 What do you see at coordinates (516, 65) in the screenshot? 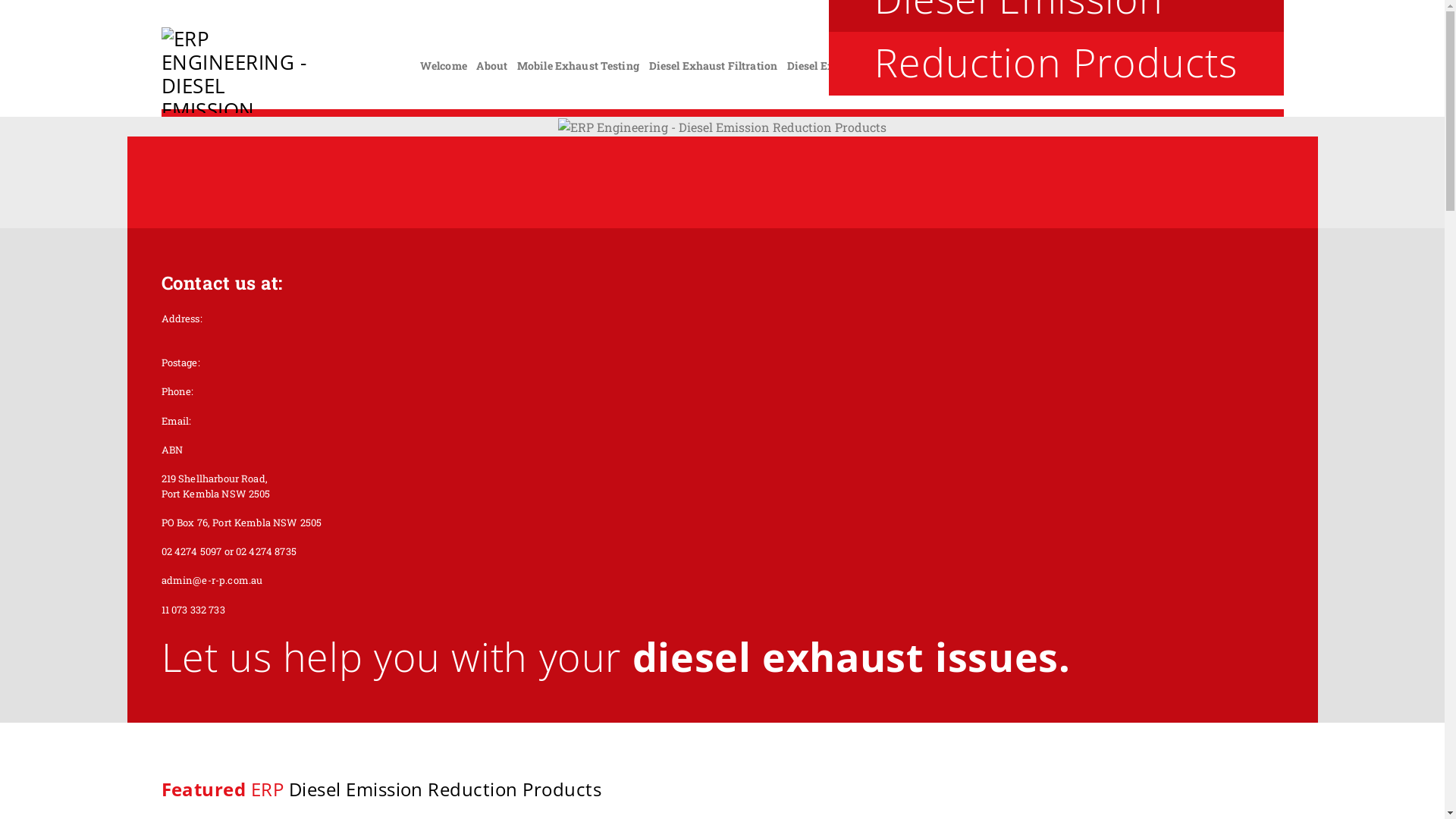
I see `'Mobile Exhaust Testing'` at bounding box center [516, 65].